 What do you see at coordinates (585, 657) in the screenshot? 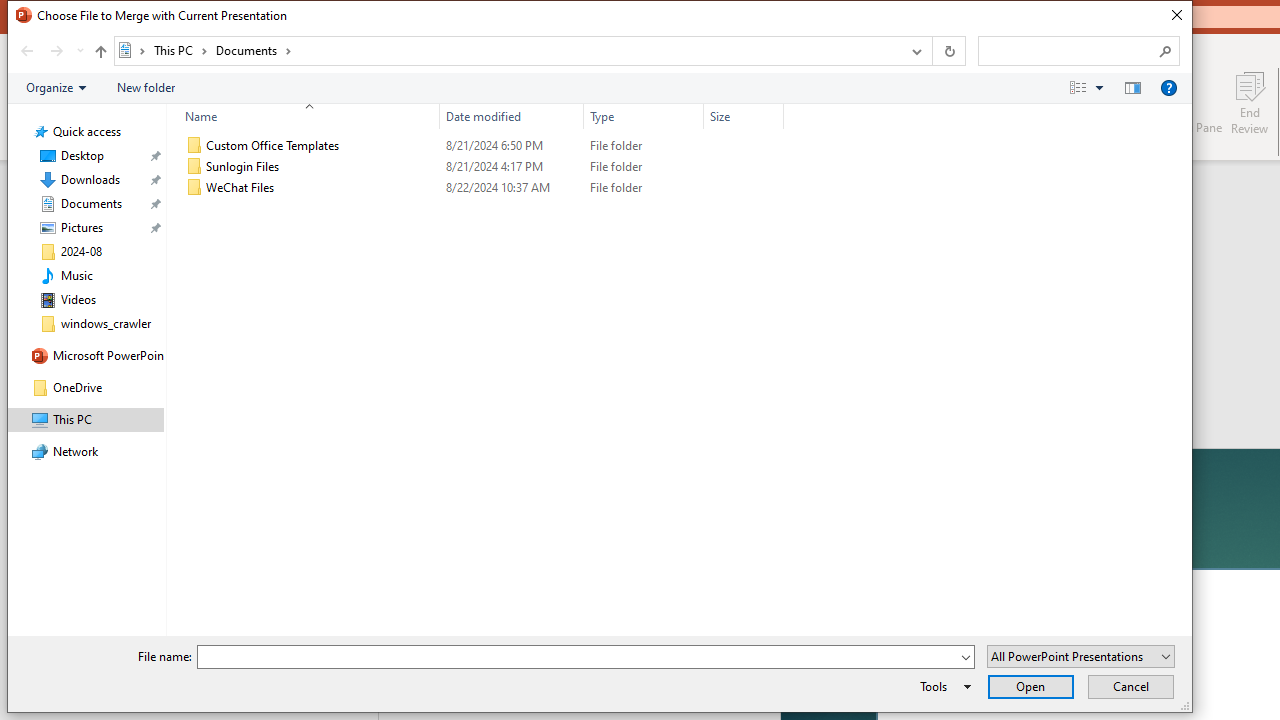
I see `'File name:'` at bounding box center [585, 657].